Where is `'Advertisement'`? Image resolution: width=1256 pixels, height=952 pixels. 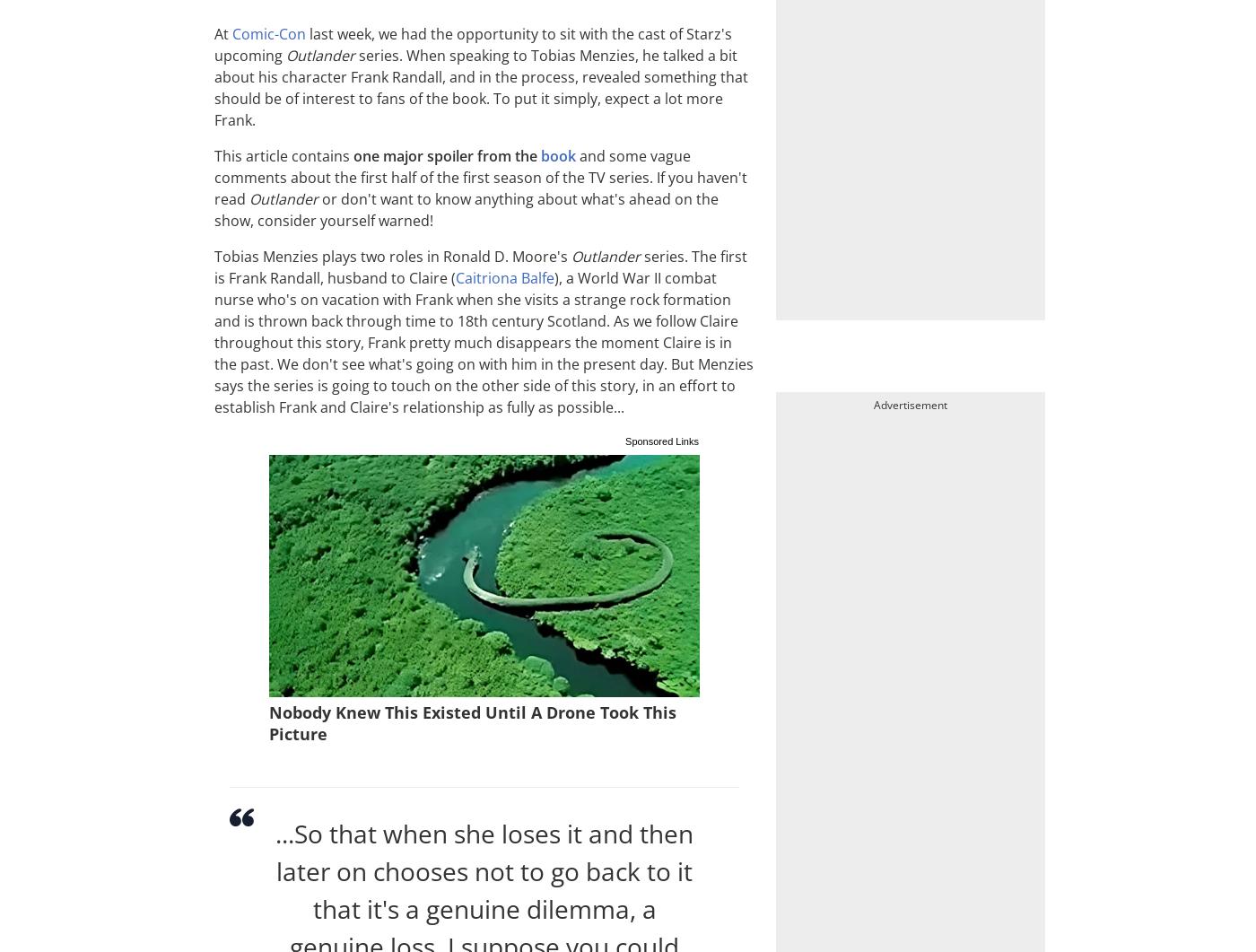
'Advertisement' is located at coordinates (872, 405).